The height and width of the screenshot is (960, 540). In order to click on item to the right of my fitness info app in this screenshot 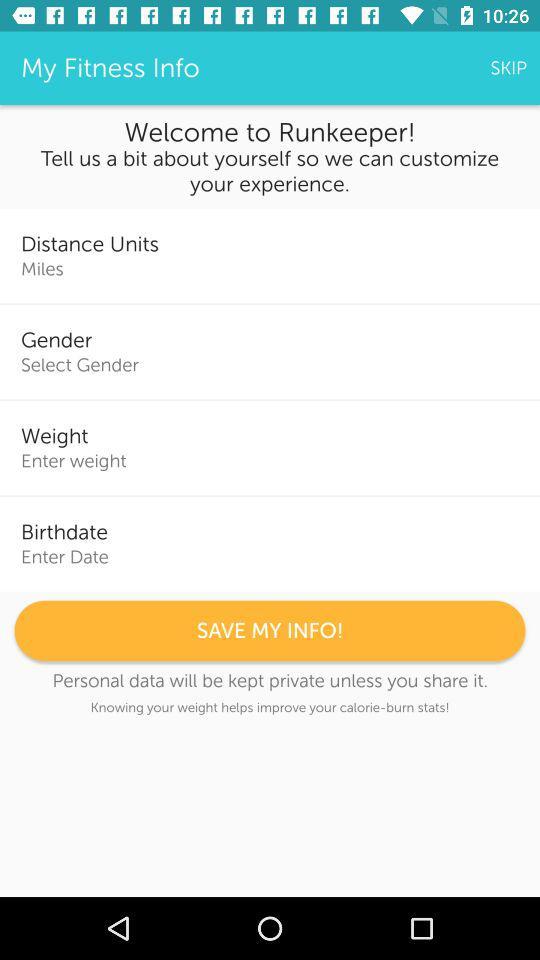, I will do `click(508, 68)`.